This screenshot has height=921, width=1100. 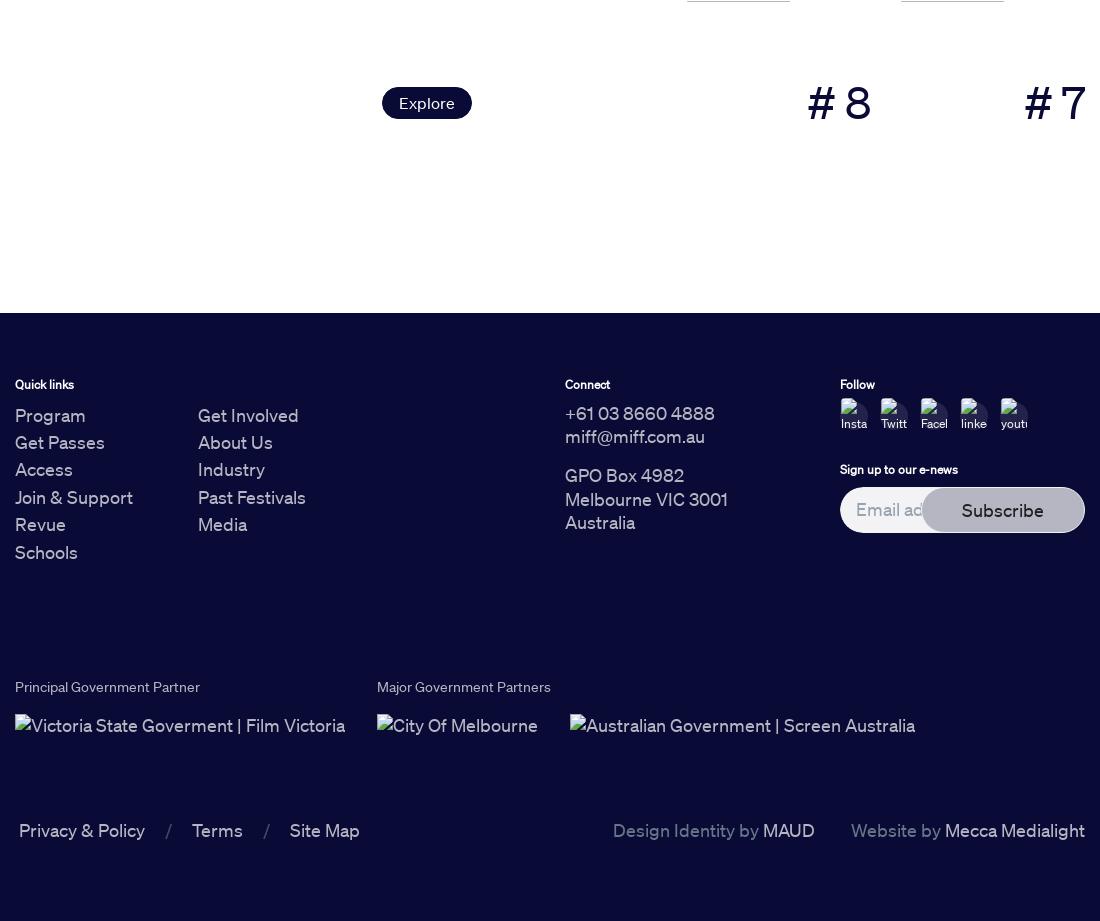 I want to click on 'Explore', so click(x=425, y=101).